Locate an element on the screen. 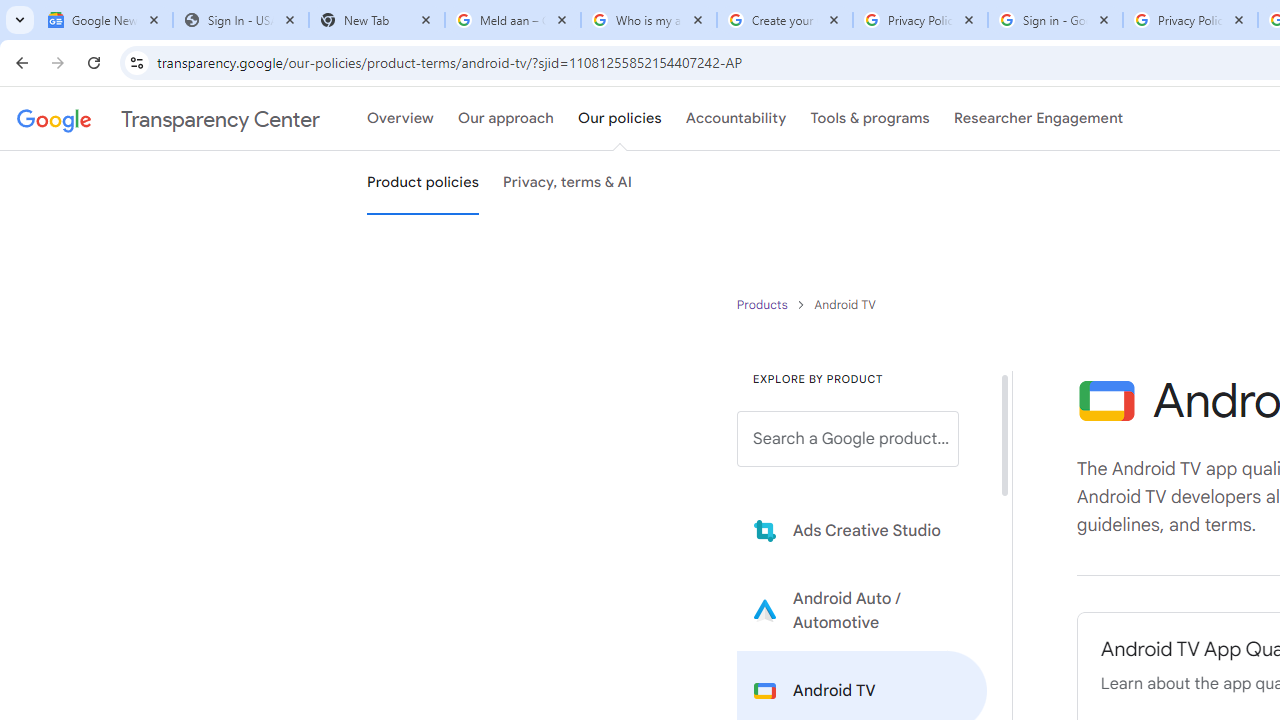  'Privacy, terms & AI' is located at coordinates (567, 183).